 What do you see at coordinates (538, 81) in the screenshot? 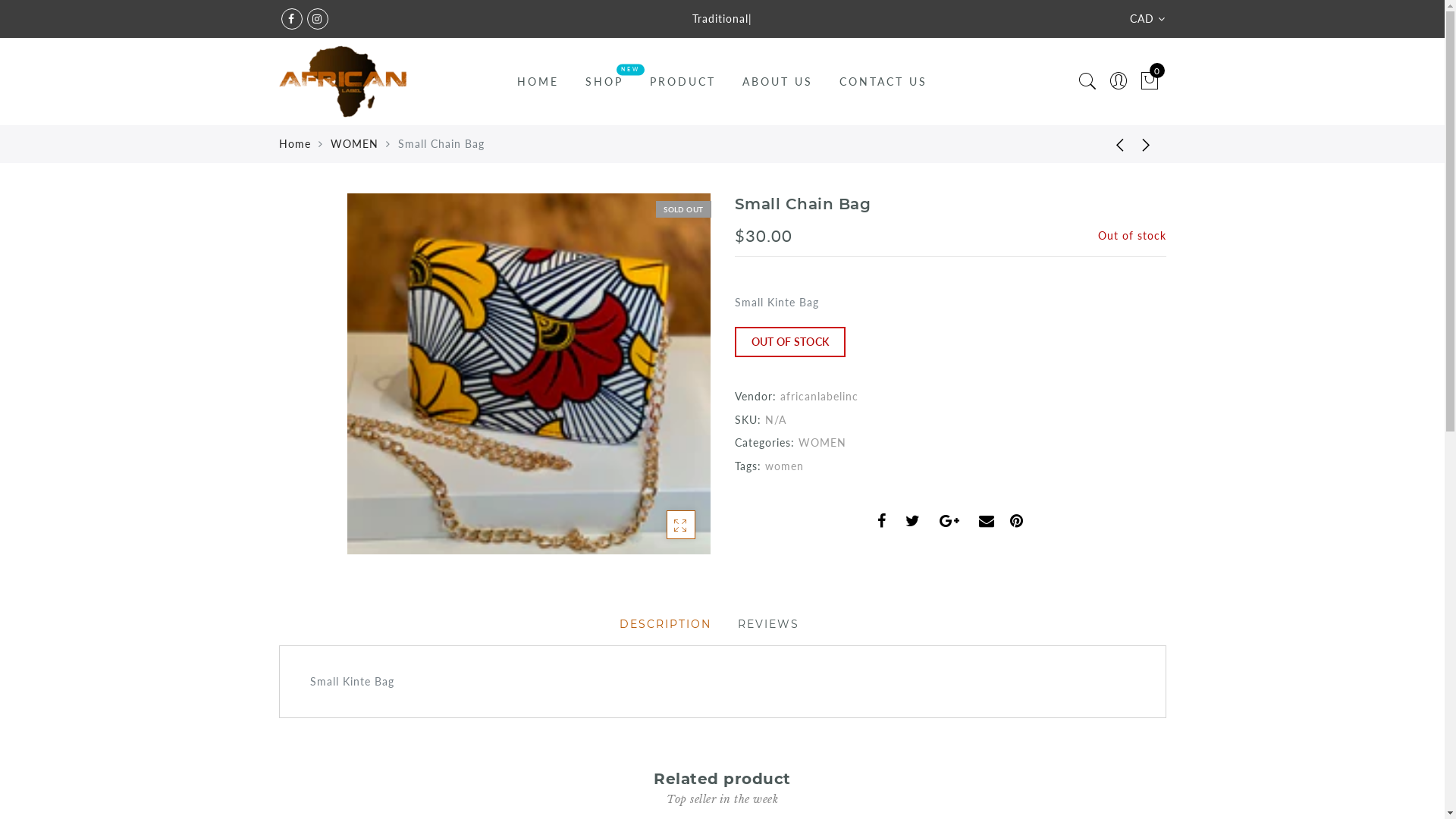
I see `'HOME'` at bounding box center [538, 81].